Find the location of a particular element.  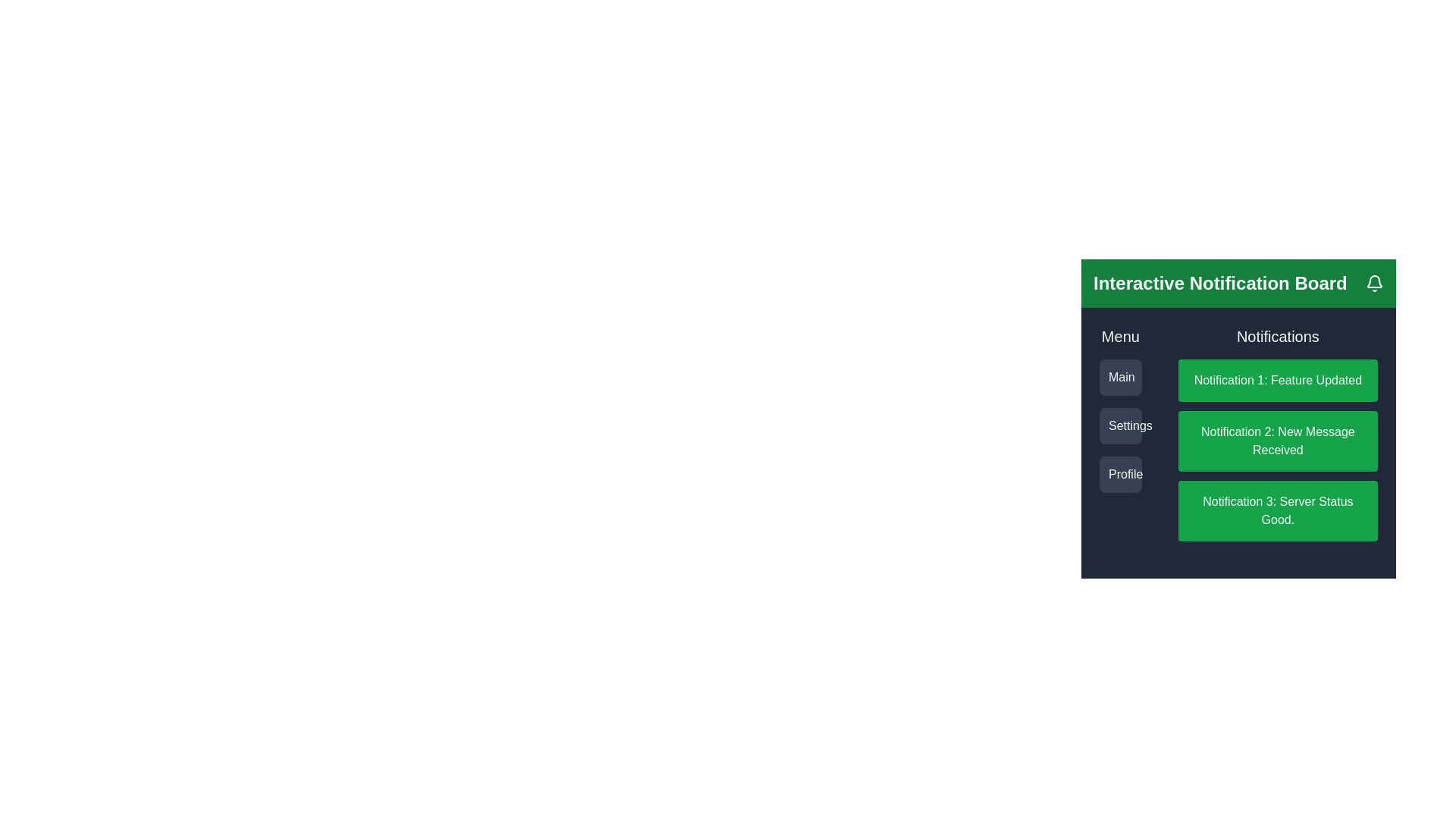

the second notification item in the Notifications panel is located at coordinates (1238, 409).